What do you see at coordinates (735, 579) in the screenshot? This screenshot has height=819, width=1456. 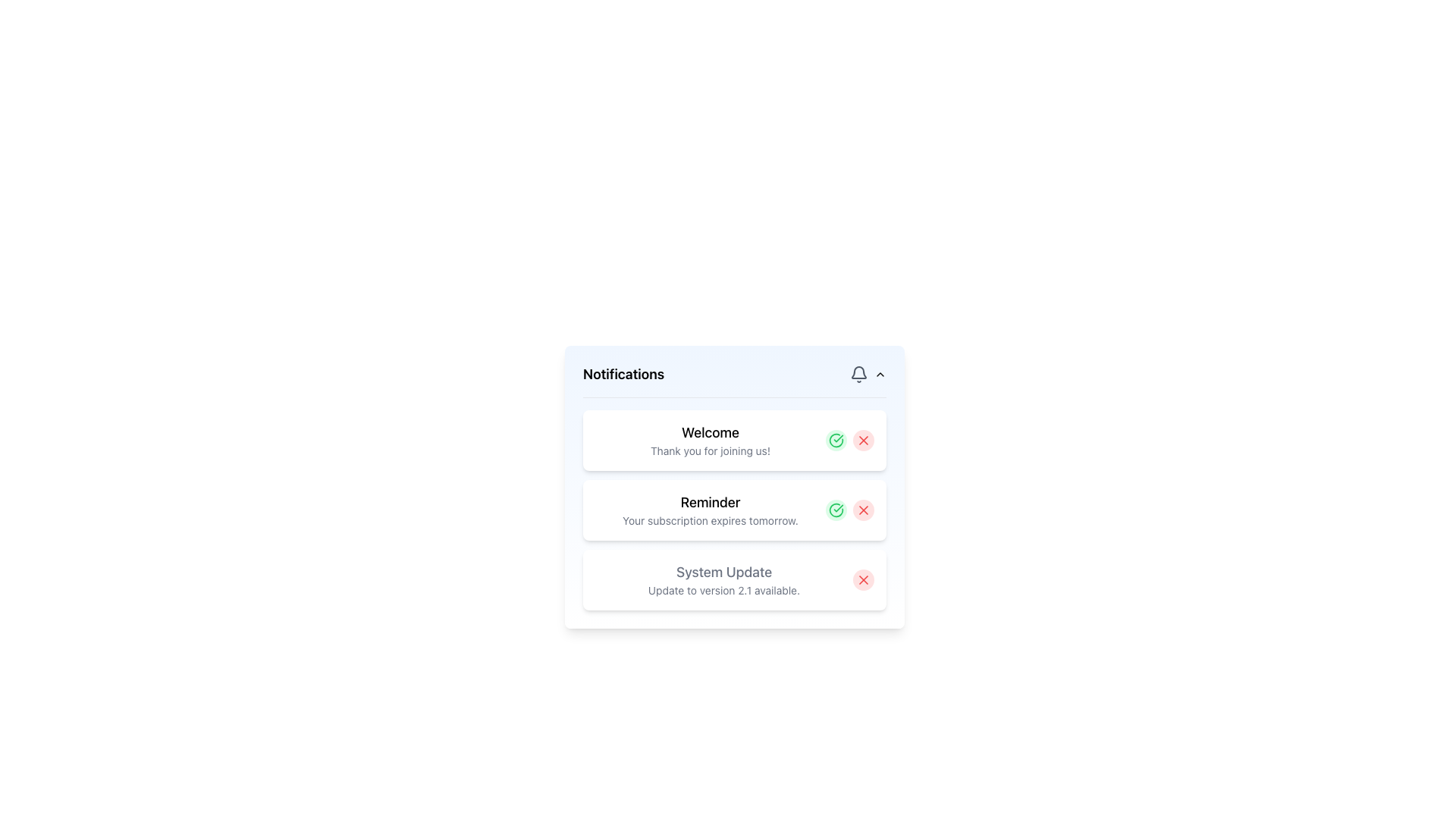 I see `the third Informational Notification Box displaying 'System Update' with the subtext 'Update to version 2.1 available.'` at bounding box center [735, 579].